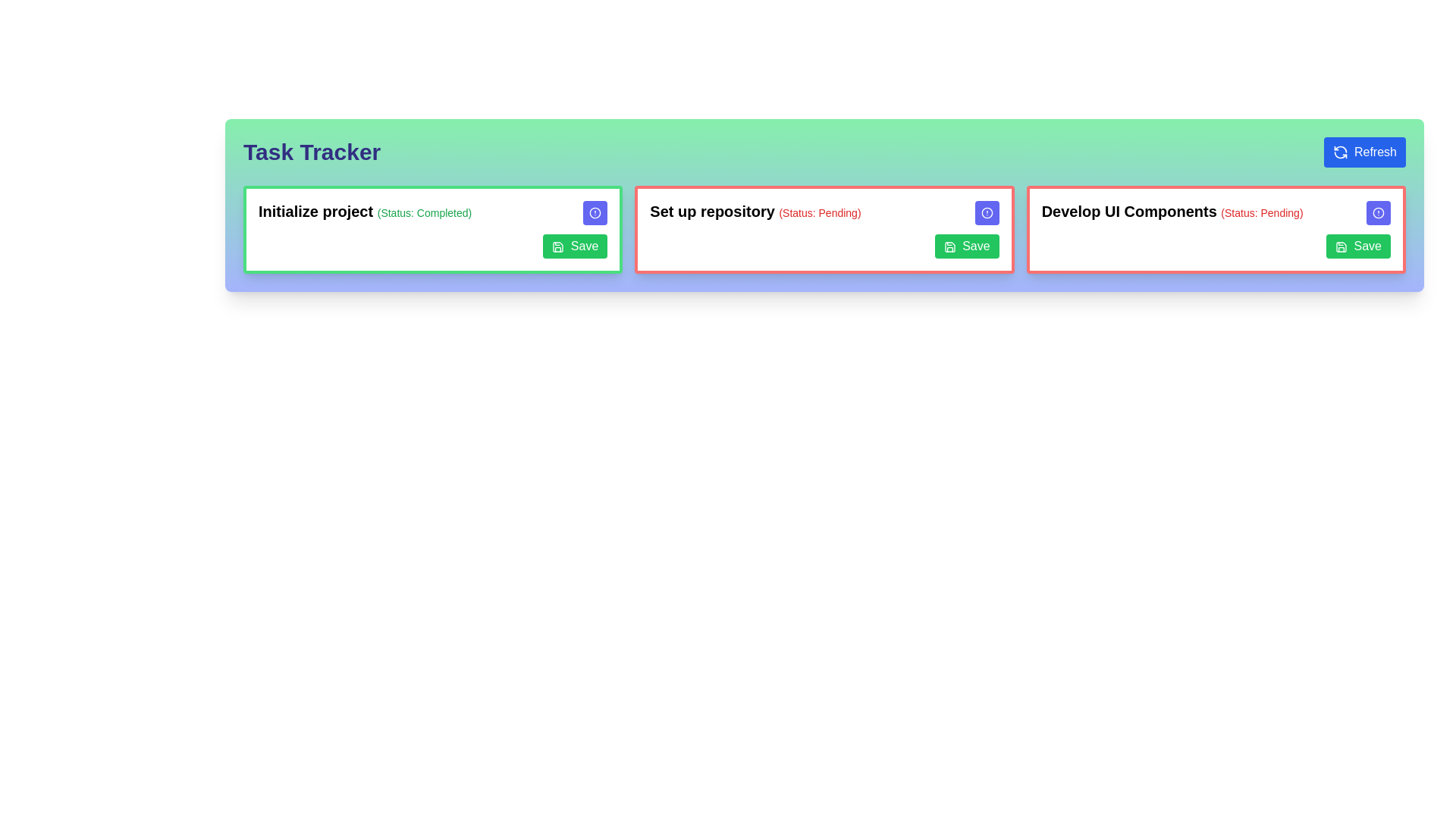  I want to click on the text displayed in the label that shows the title of the task and its current status (Pending) located in the upper-middle portion of the second card from the left, so click(824, 213).